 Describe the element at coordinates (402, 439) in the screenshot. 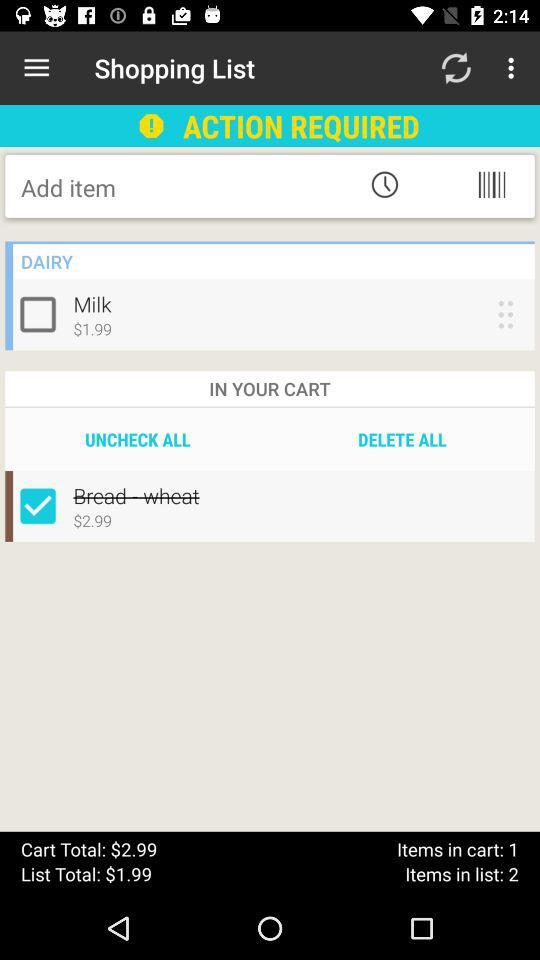

I see `item next to the uncheck all` at that location.